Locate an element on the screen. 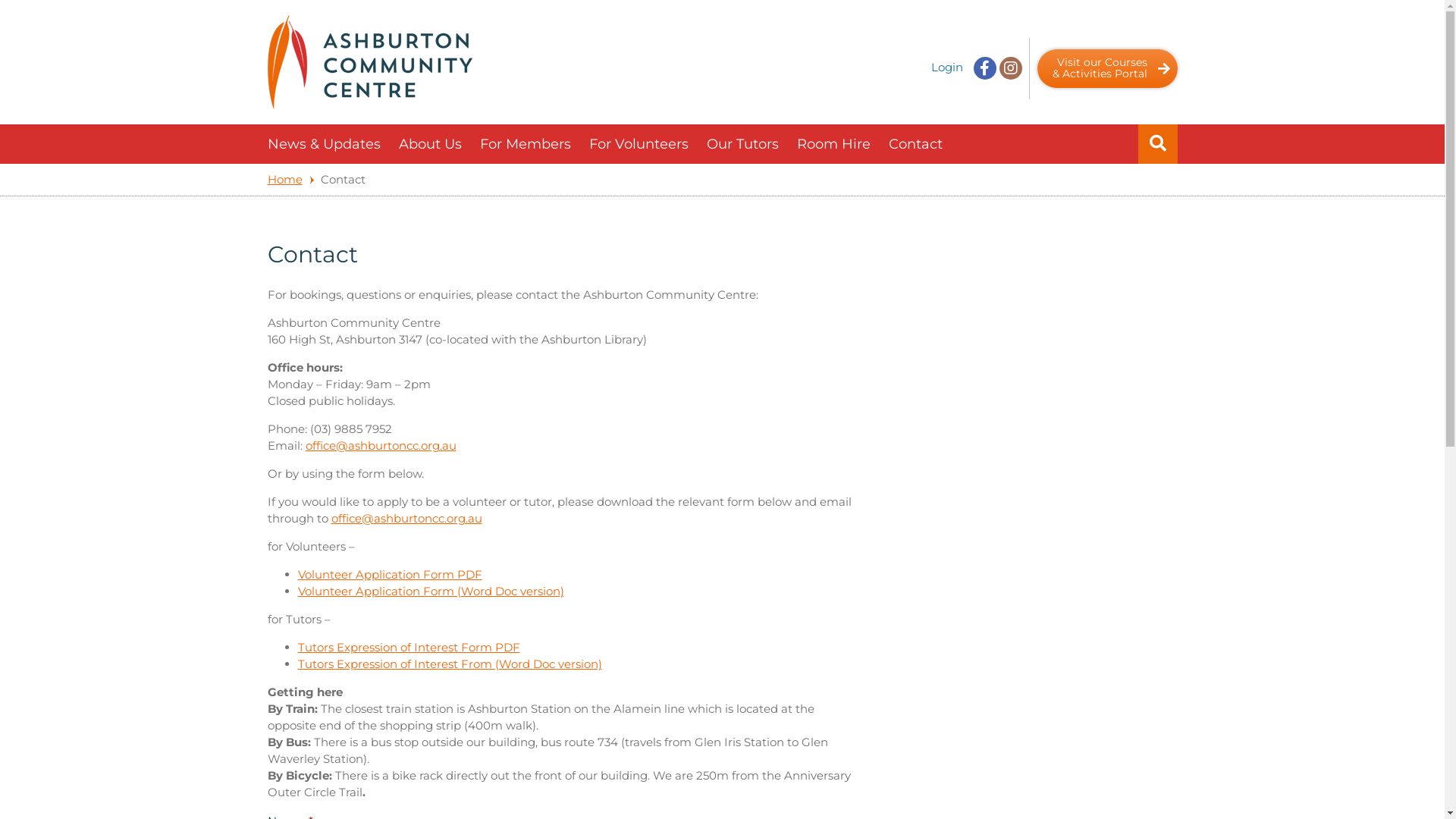 This screenshot has height=819, width=1456. 'Tutors Expression of Interest From (Word Doc version)' is located at coordinates (448, 663).